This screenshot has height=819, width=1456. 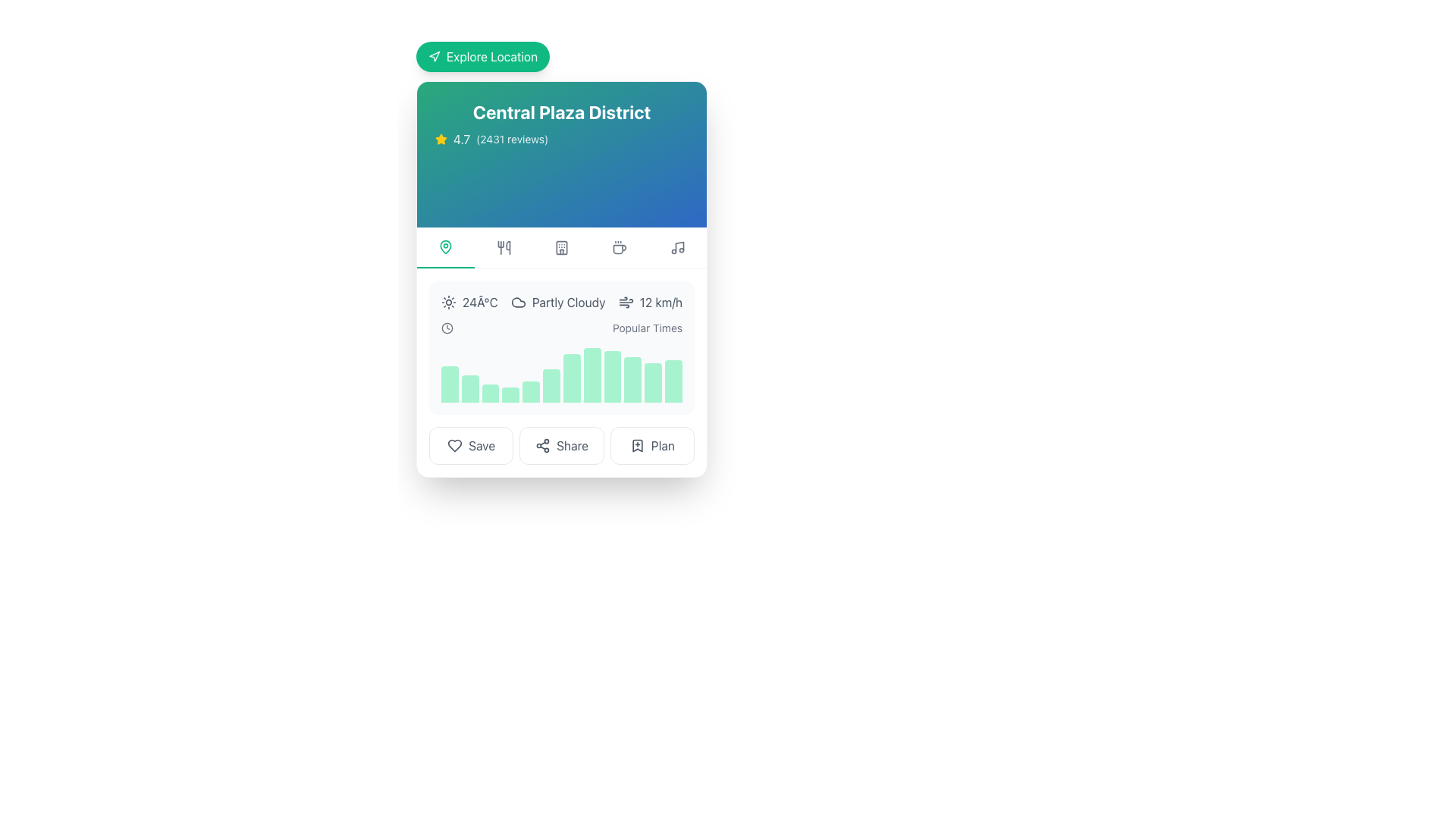 I want to click on the 'Share' button, which is a rectangular button with rounded corners, a white background, and gray border, located between the 'Save' and 'Plan' buttons at the bottom of the interface, so click(x=560, y=444).